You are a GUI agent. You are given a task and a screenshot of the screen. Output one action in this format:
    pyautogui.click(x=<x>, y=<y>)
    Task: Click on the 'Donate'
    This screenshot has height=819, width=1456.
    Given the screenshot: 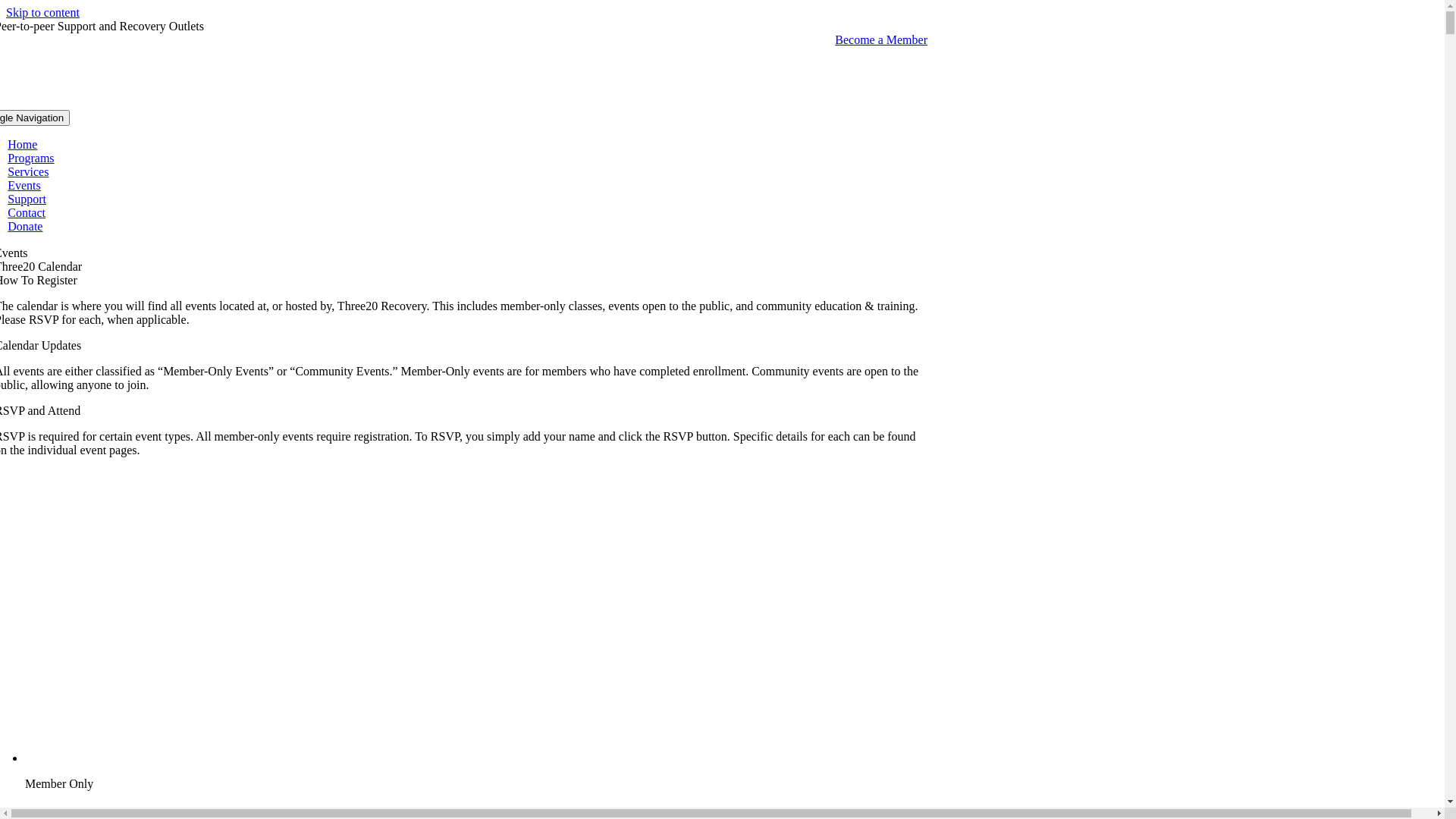 What is the action you would take?
    pyautogui.click(x=25, y=226)
    